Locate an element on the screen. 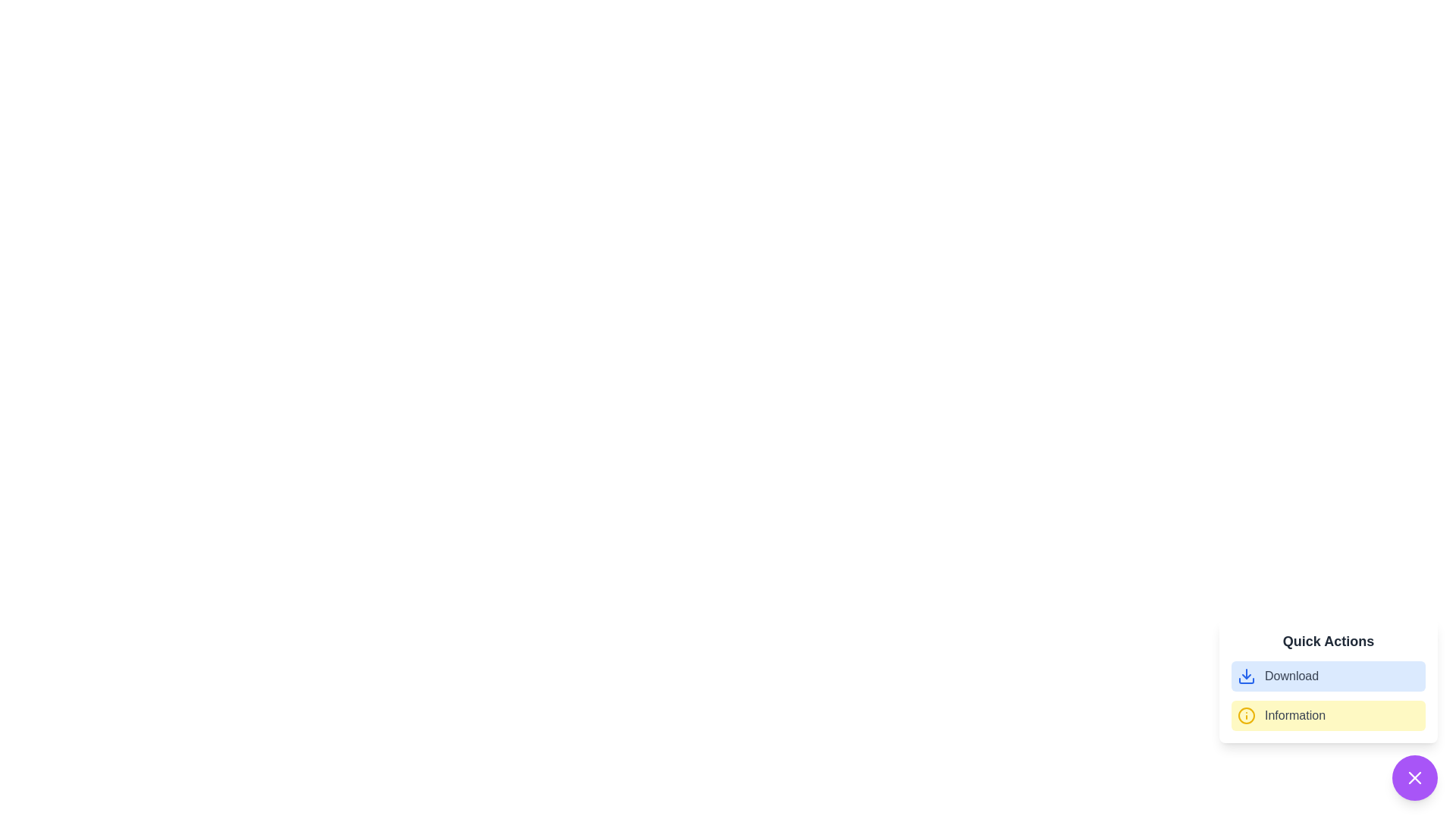  the blue downward arrow icon within the 'Download' button located in the 'Quick Actions' section is located at coordinates (1246, 675).